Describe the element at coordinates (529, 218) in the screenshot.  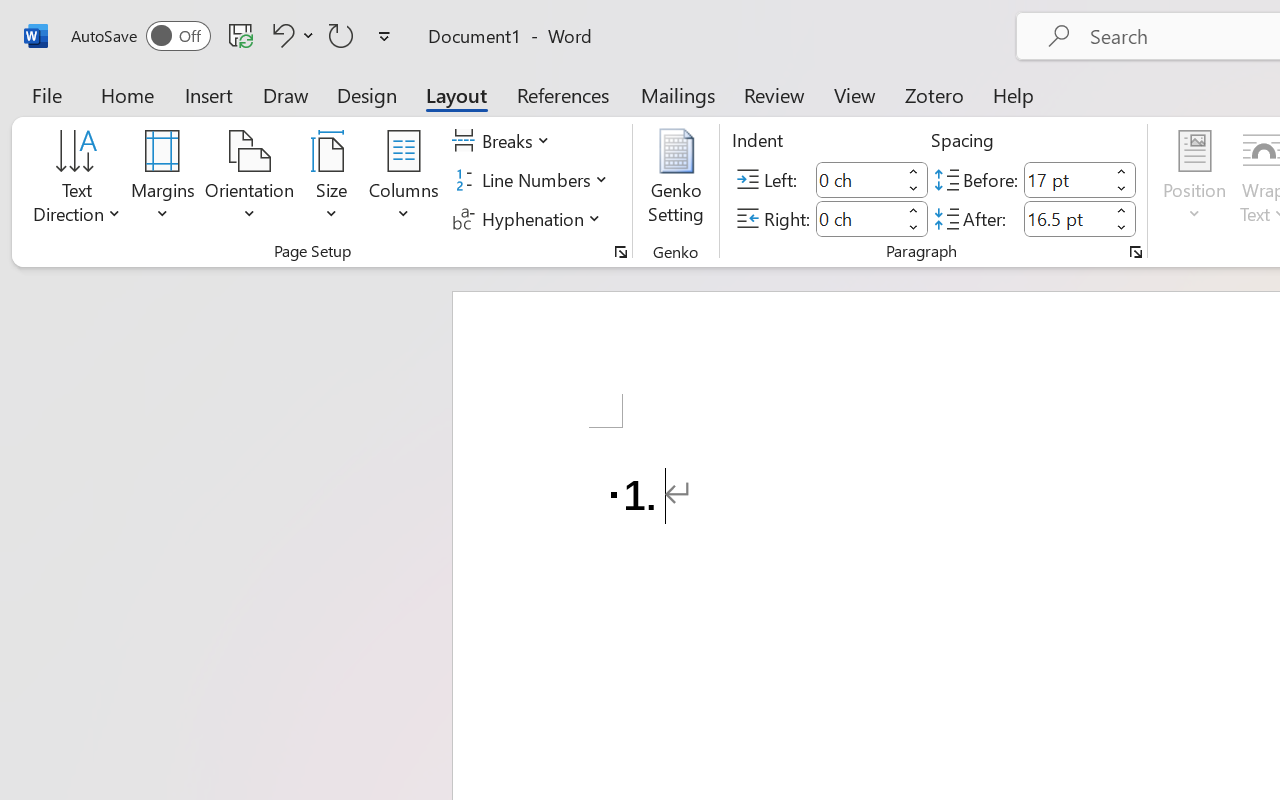
I see `'Hyphenation'` at that location.